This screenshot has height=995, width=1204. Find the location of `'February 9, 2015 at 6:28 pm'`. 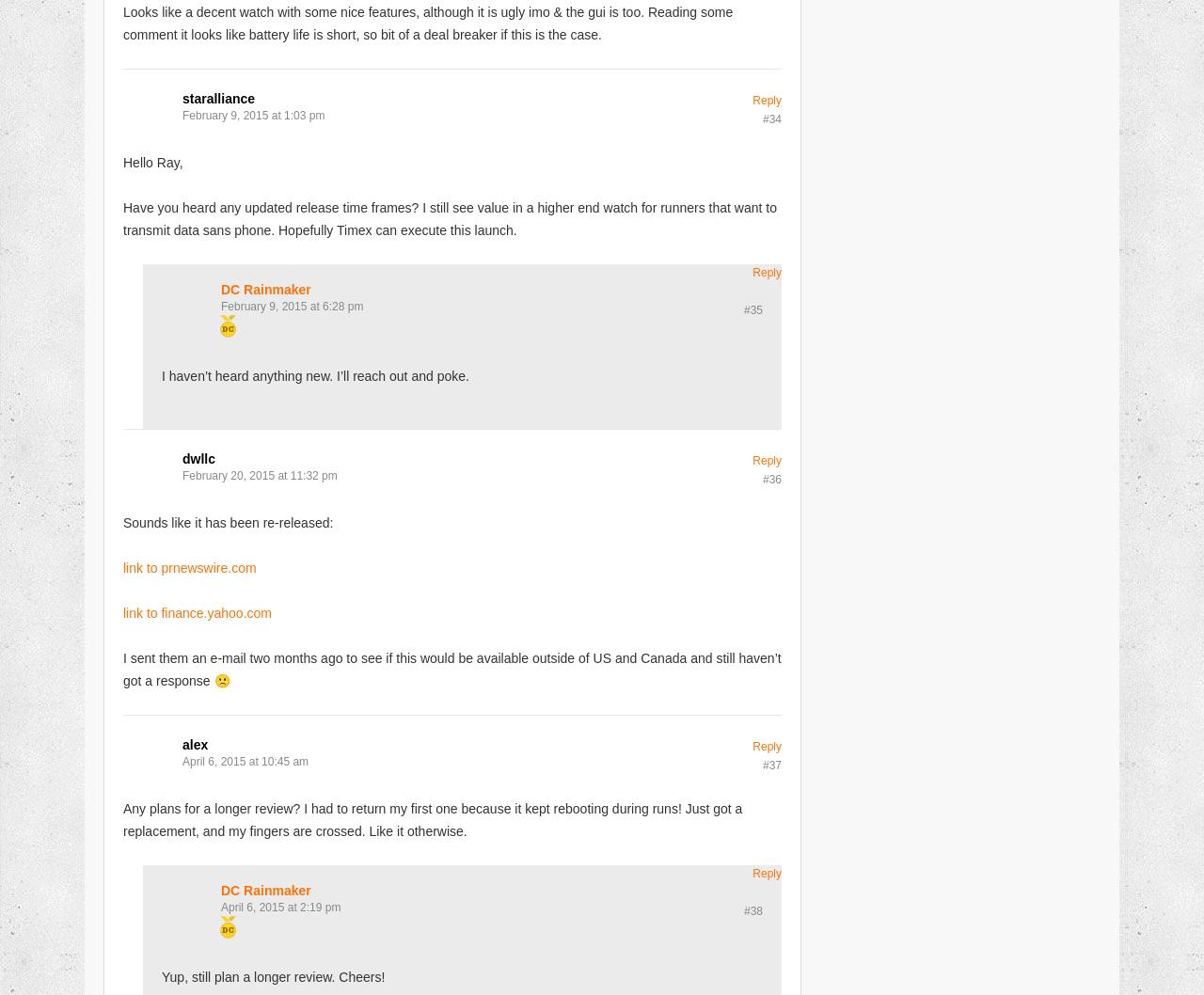

'February 9, 2015 at 6:28 pm' is located at coordinates (291, 305).